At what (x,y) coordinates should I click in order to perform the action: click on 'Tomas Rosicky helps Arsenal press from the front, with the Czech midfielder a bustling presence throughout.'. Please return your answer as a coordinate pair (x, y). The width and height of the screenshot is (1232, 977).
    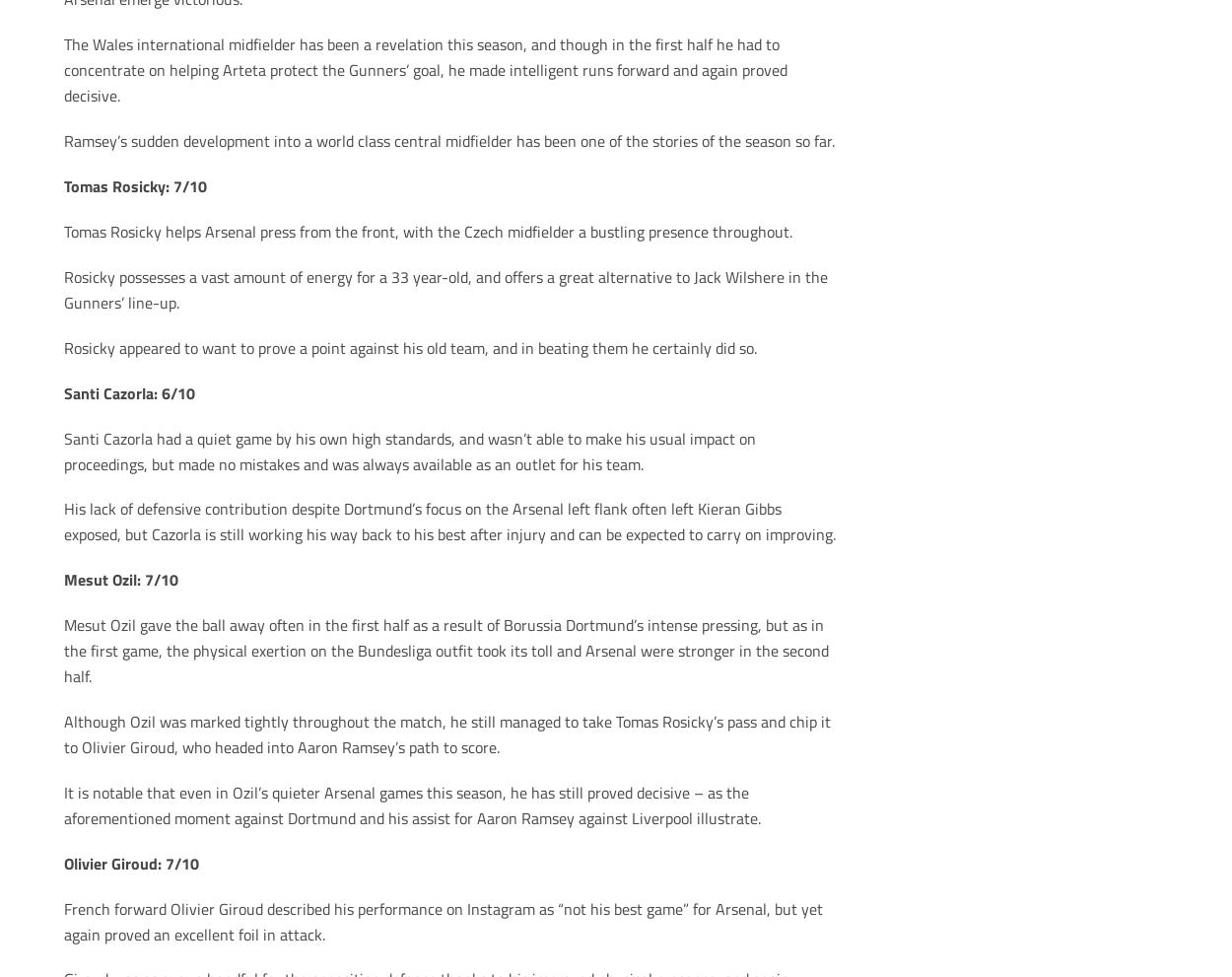
    Looking at the image, I should click on (427, 231).